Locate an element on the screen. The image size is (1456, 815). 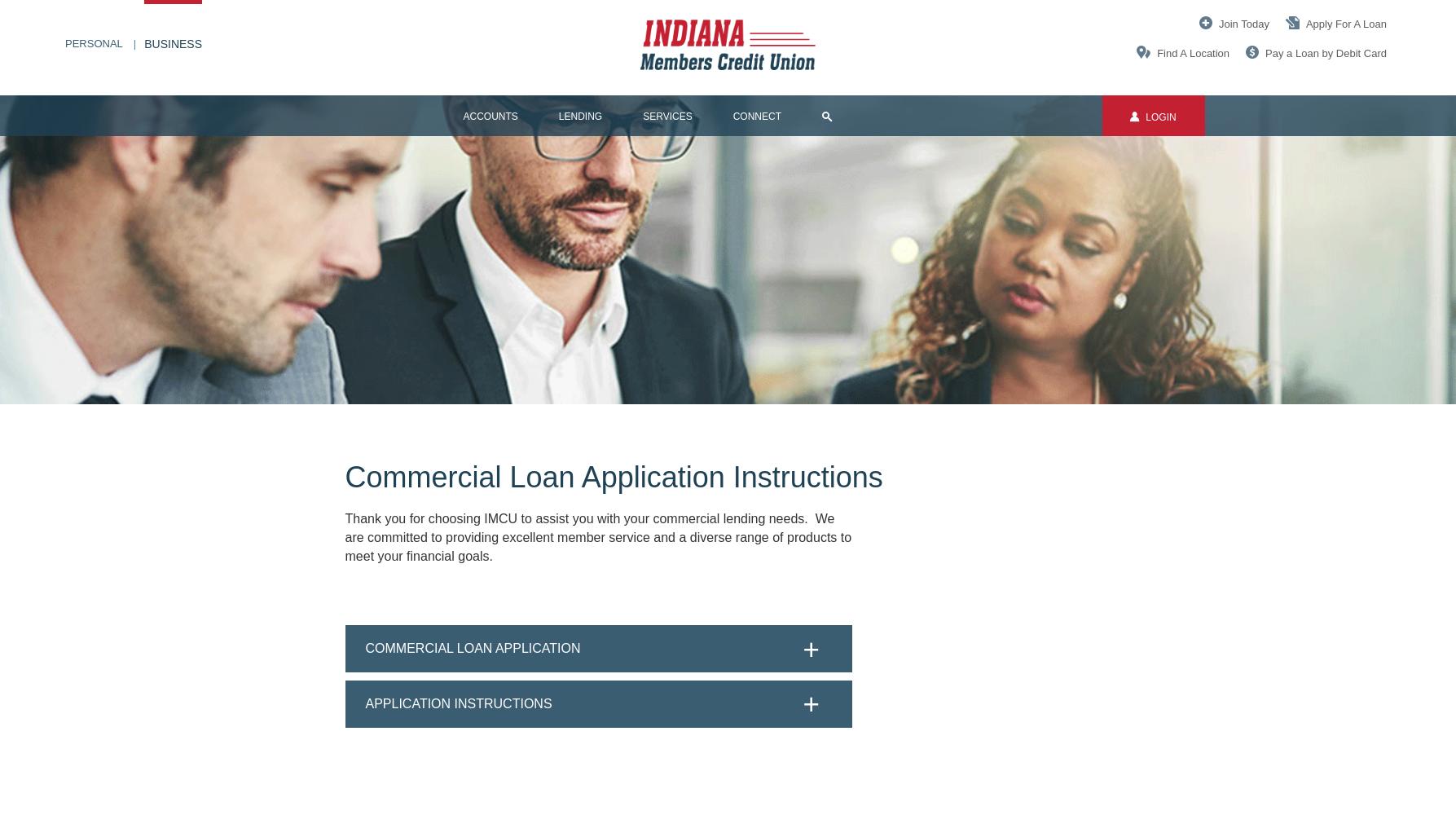
'Join' is located at coordinates (1228, 24).